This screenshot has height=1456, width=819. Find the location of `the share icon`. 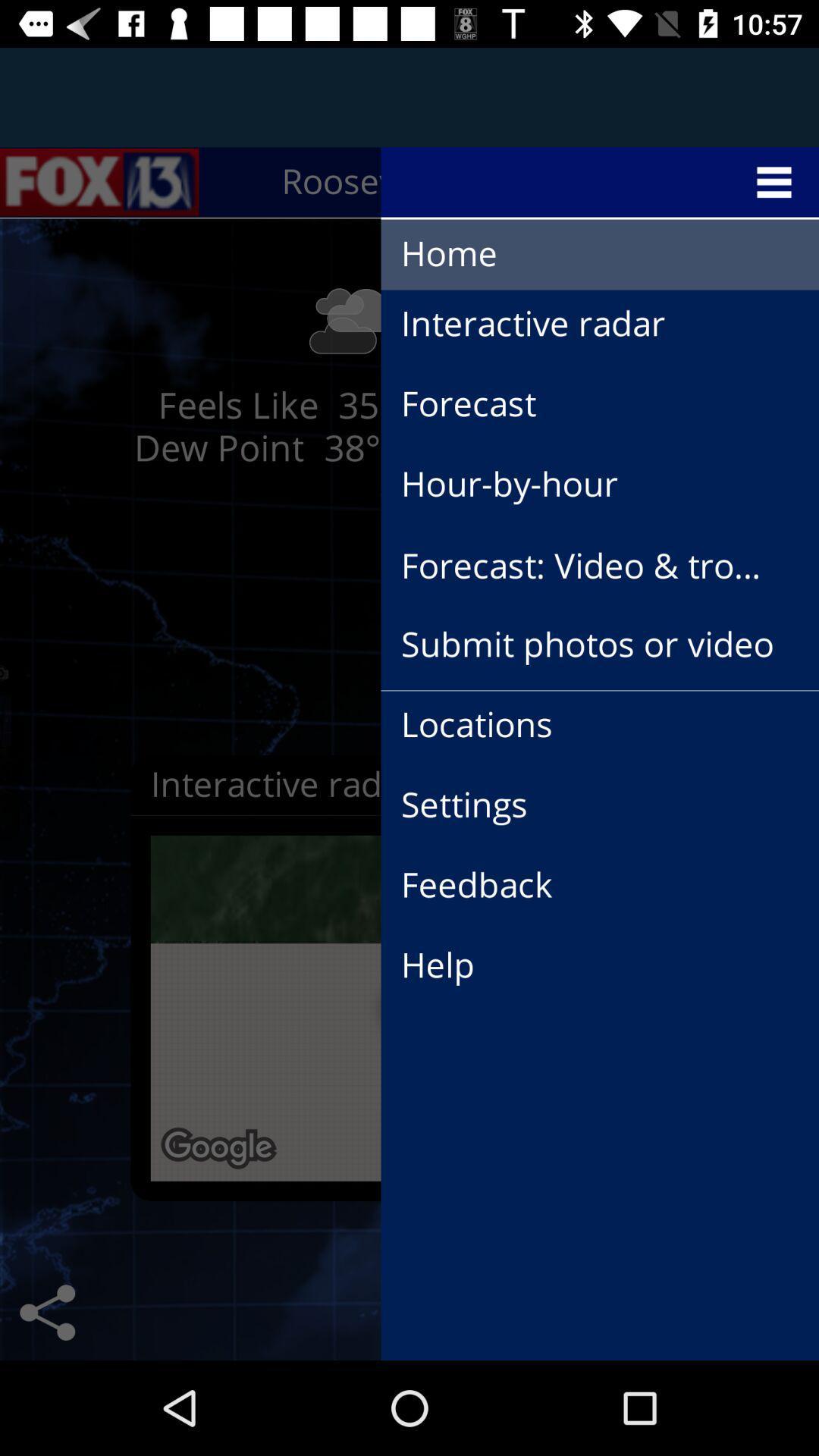

the share icon is located at coordinates (46, 1312).